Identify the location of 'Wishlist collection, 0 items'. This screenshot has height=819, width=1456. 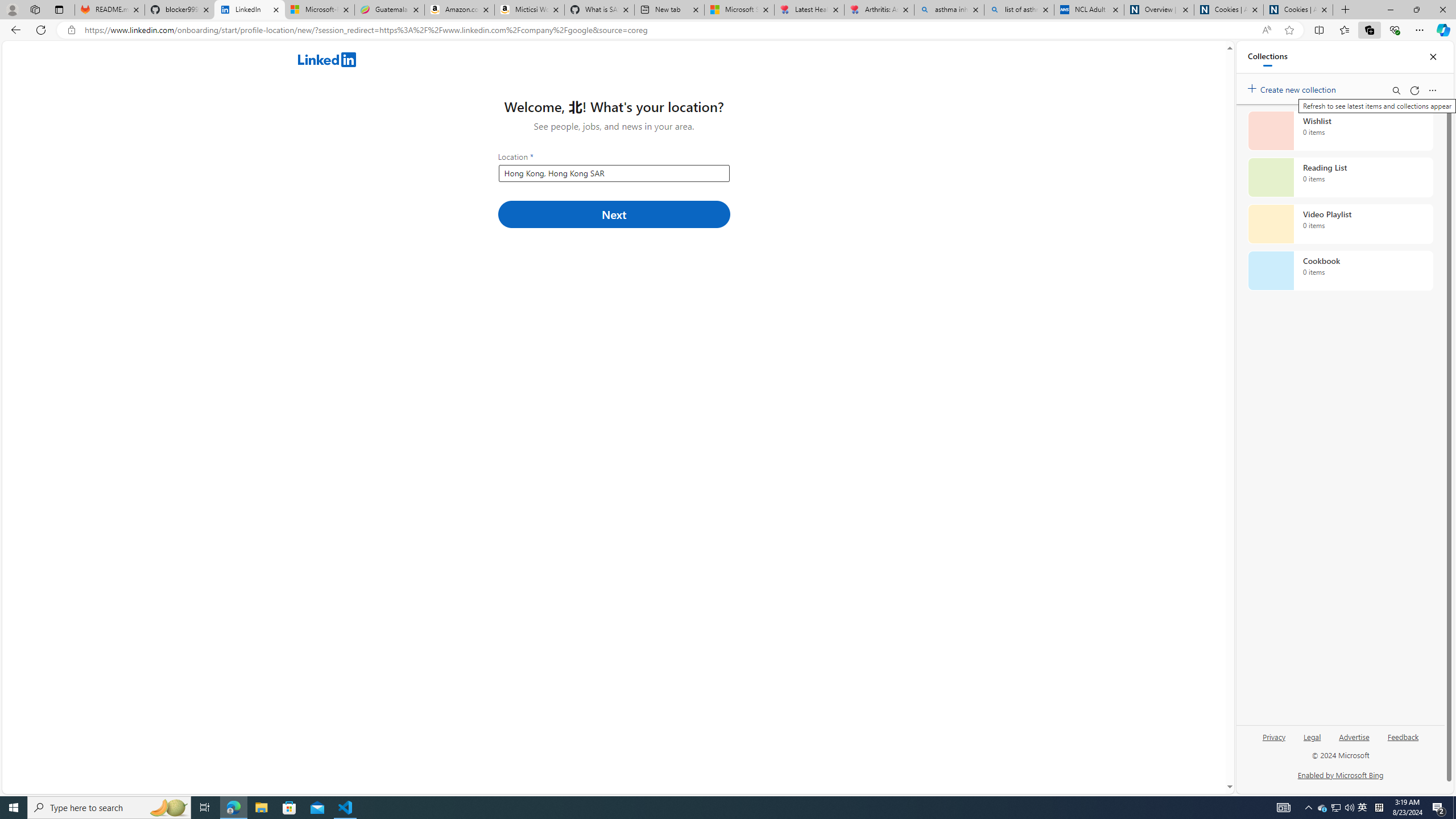
(1340, 130).